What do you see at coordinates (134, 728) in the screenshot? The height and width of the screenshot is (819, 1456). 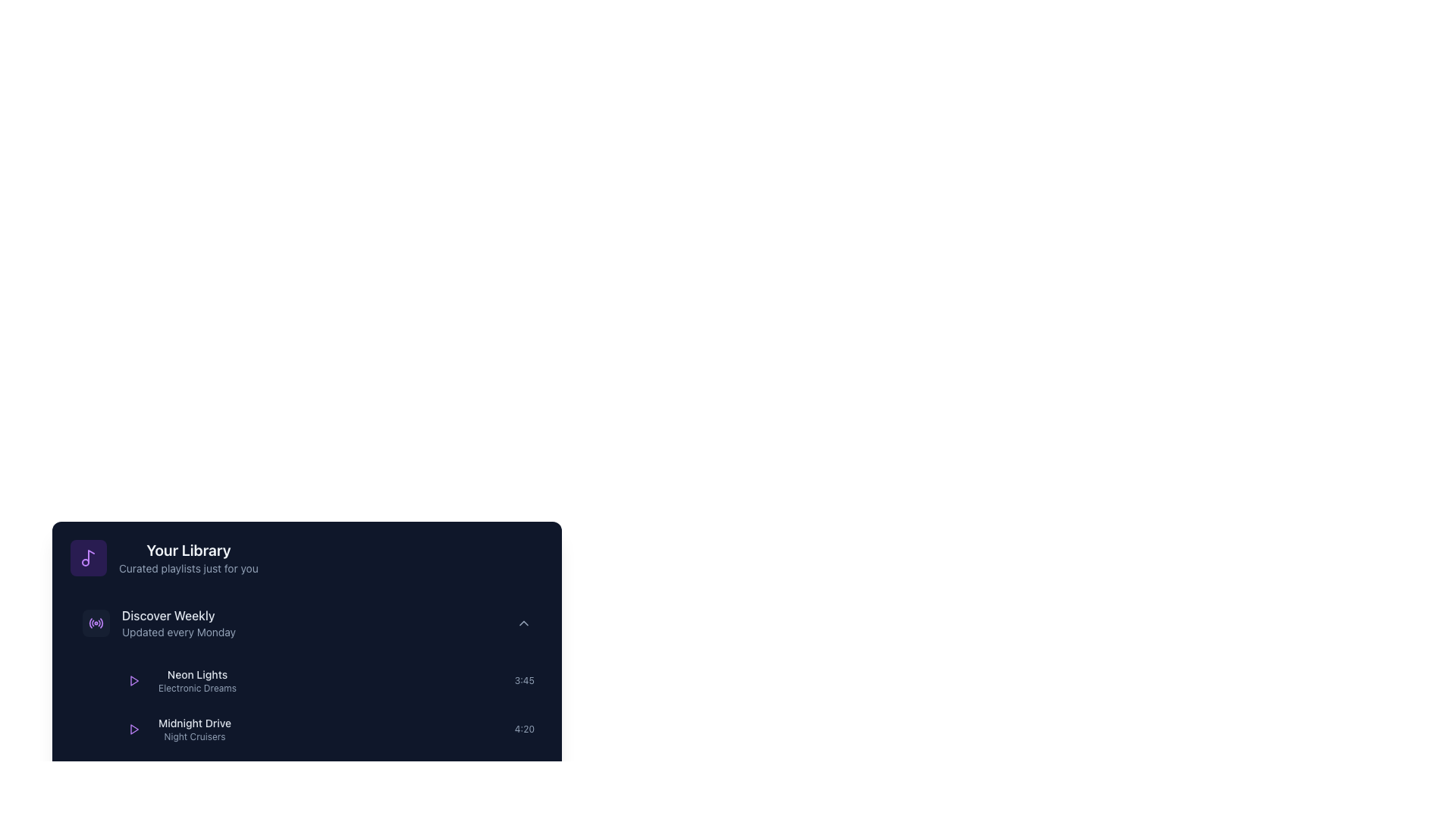 I see `the play button located to the left of the text 'Midnight Drive'` at bounding box center [134, 728].